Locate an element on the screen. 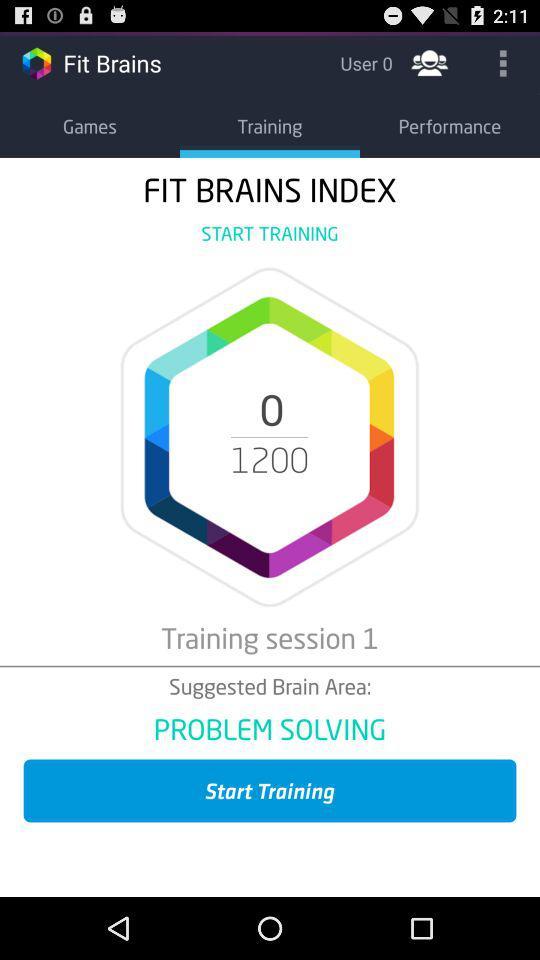  the item next to user 0 icon is located at coordinates (428, 62).